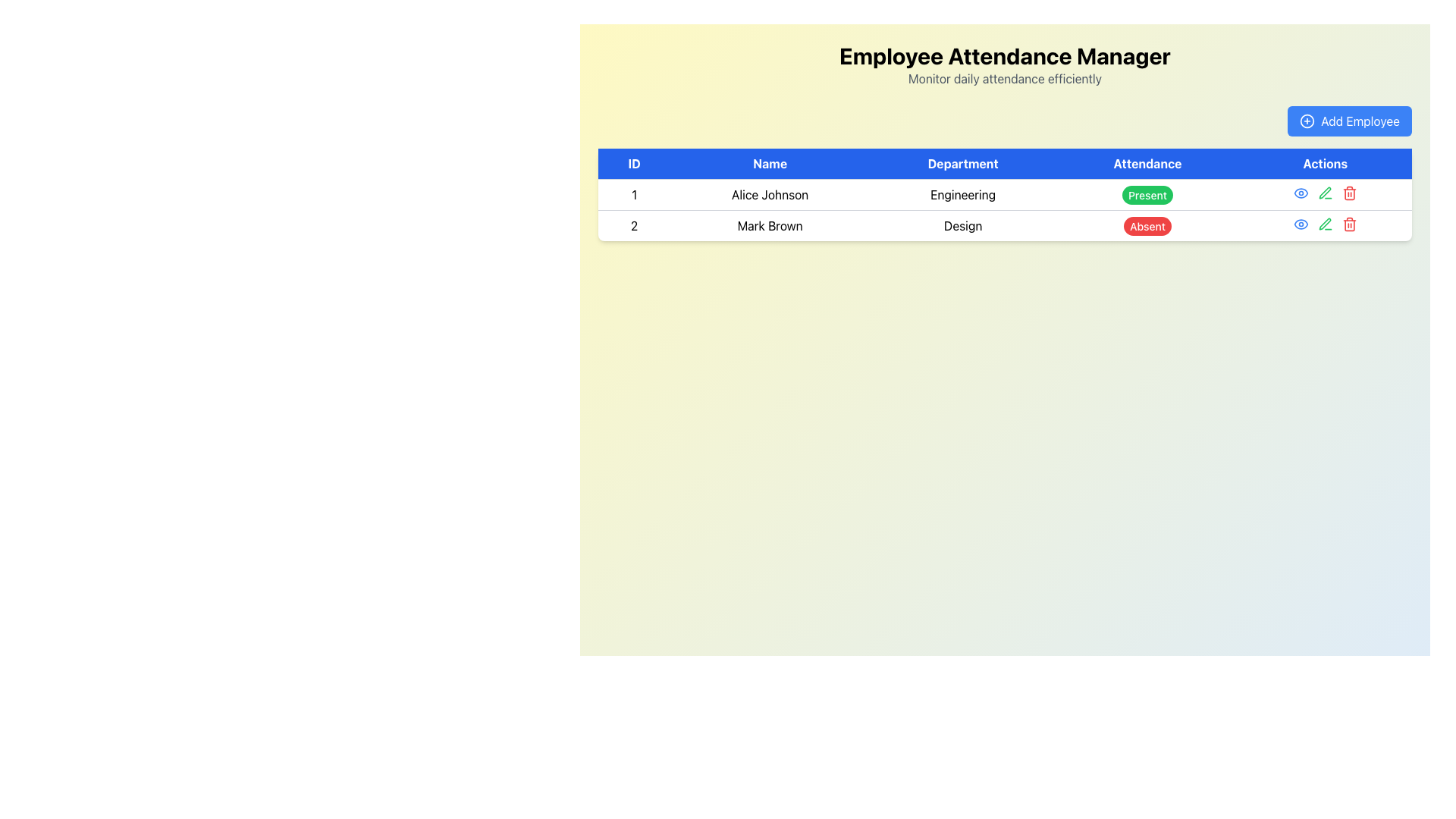 Image resolution: width=1456 pixels, height=819 pixels. What do you see at coordinates (1005, 79) in the screenshot?
I see `text element that displays 'Monitor daily attendance efficiently', which is styled in gray and positioned below the 'Employee Attendance Manager' title` at bounding box center [1005, 79].